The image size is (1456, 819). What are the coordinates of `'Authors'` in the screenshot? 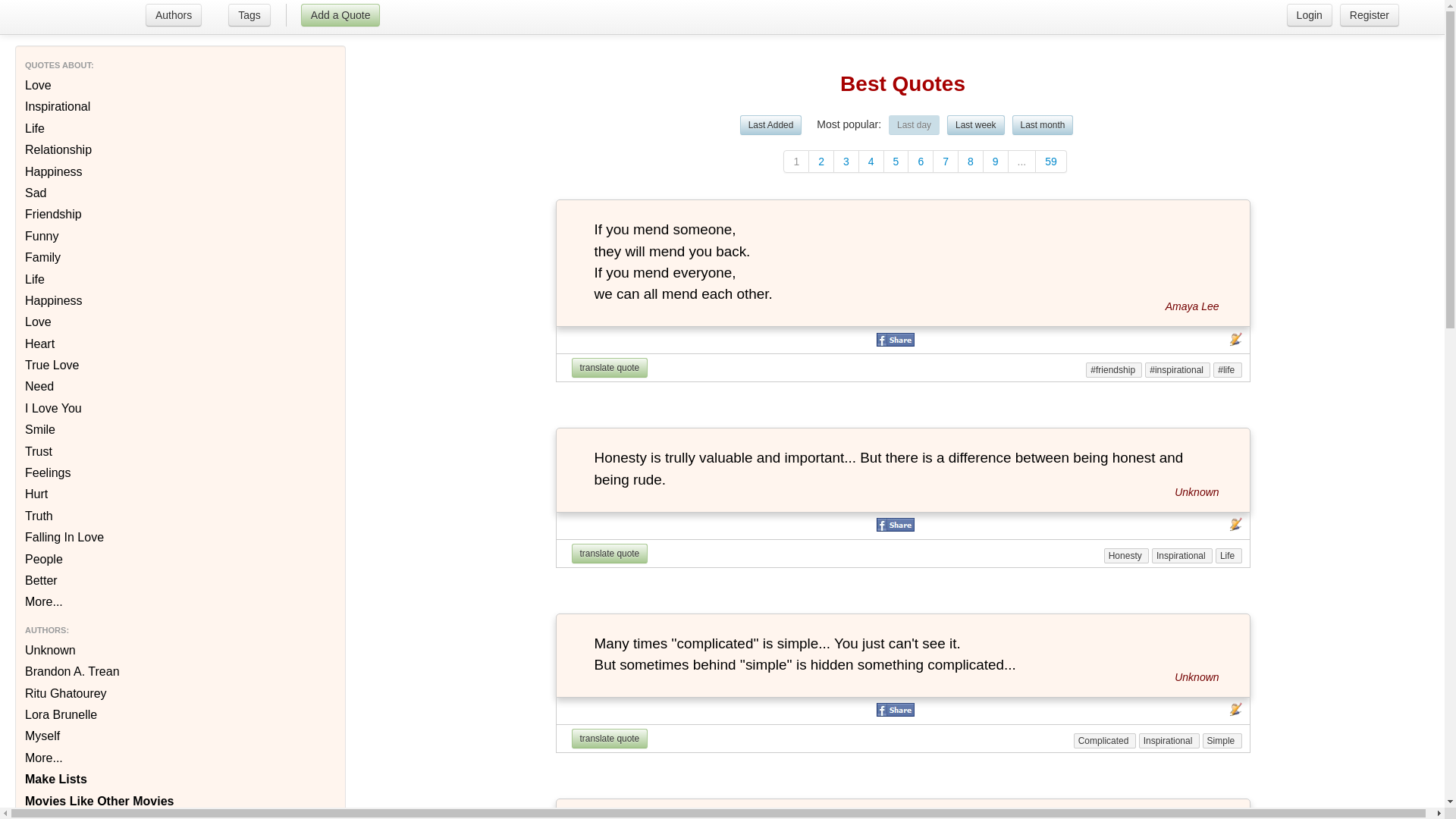 It's located at (146, 14).